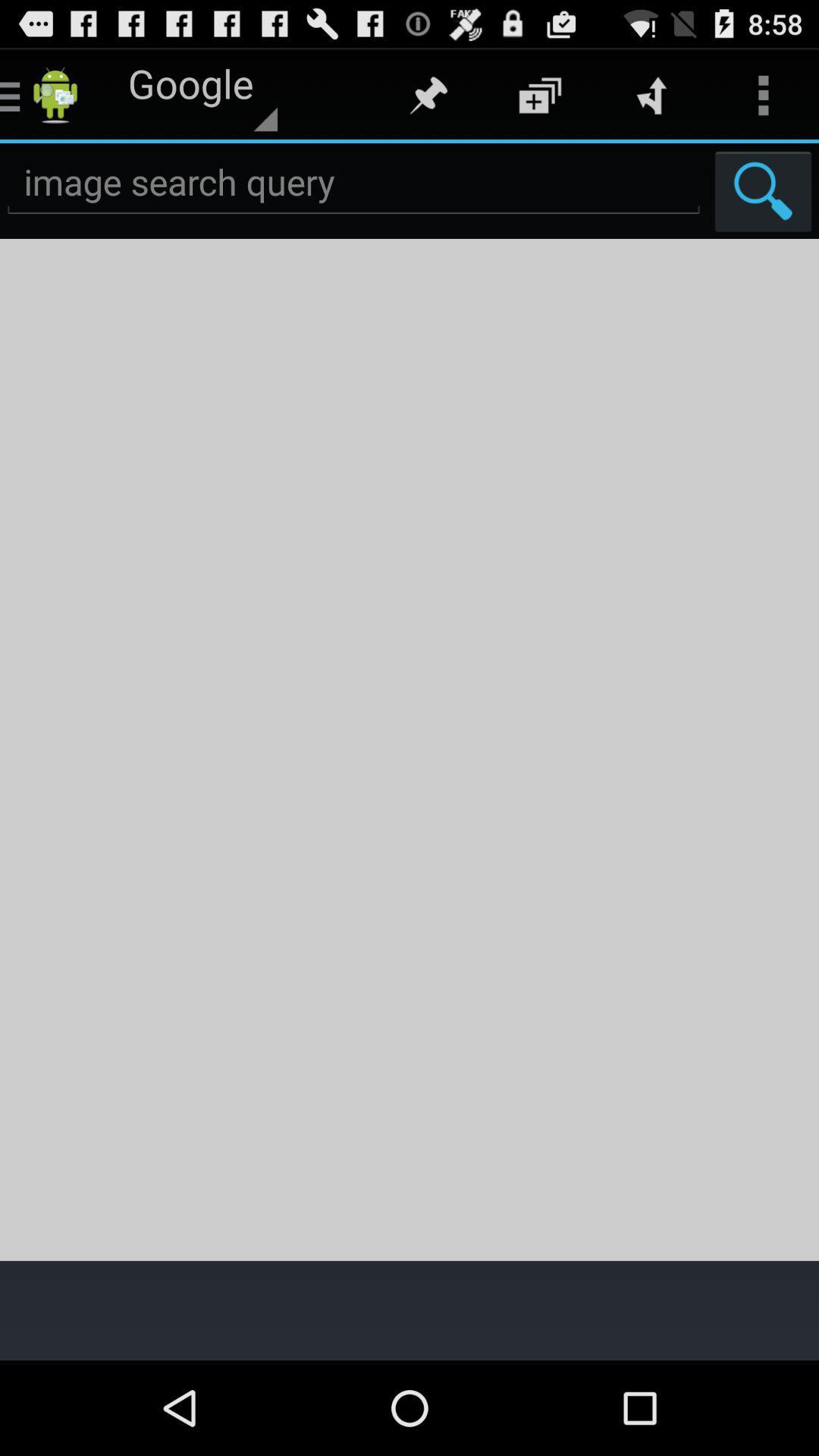 The image size is (819, 1456). I want to click on image result, so click(409, 749).